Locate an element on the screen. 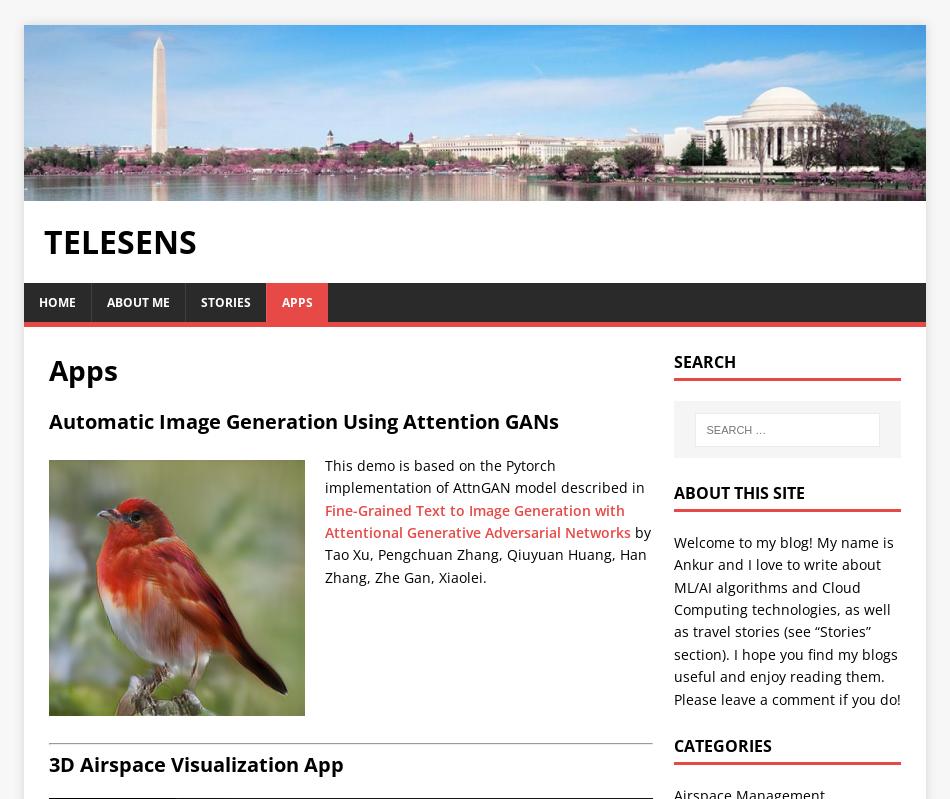 Image resolution: width=950 pixels, height=799 pixels. 'Apps' is located at coordinates (47, 370).